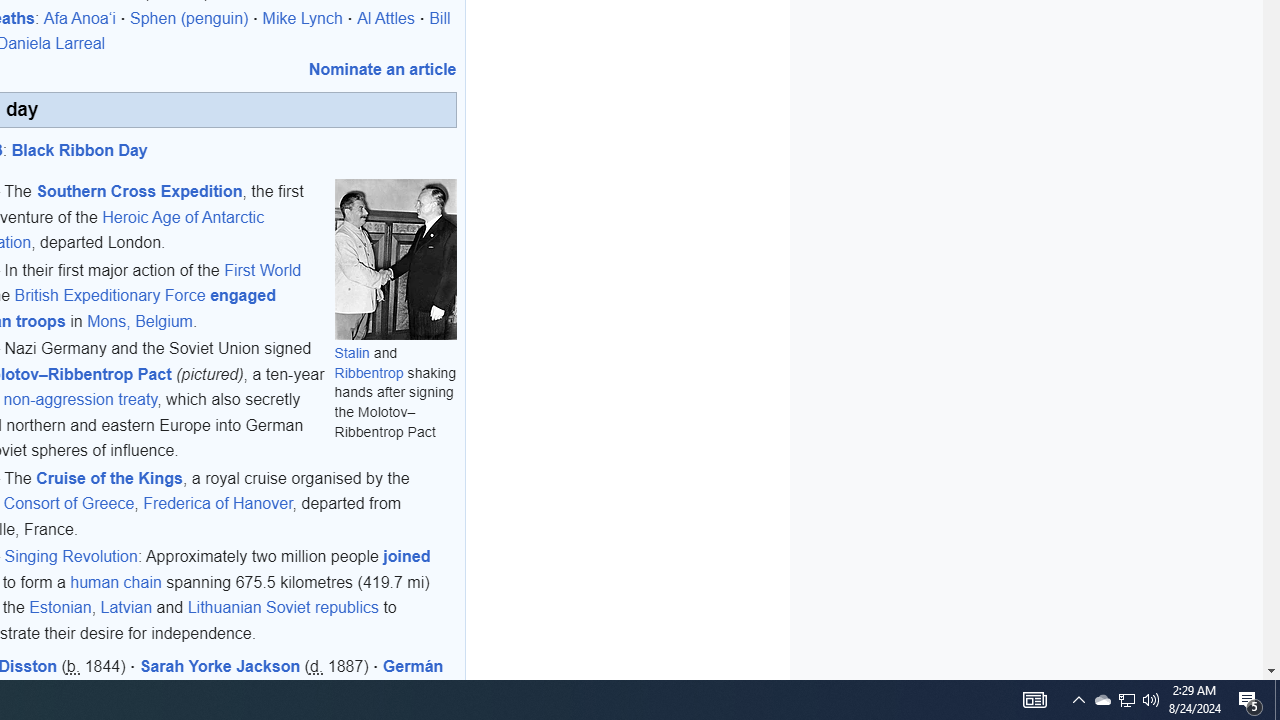 The width and height of the screenshot is (1280, 720). What do you see at coordinates (190, 18) in the screenshot?
I see `'Sphen (penguin)'` at bounding box center [190, 18].